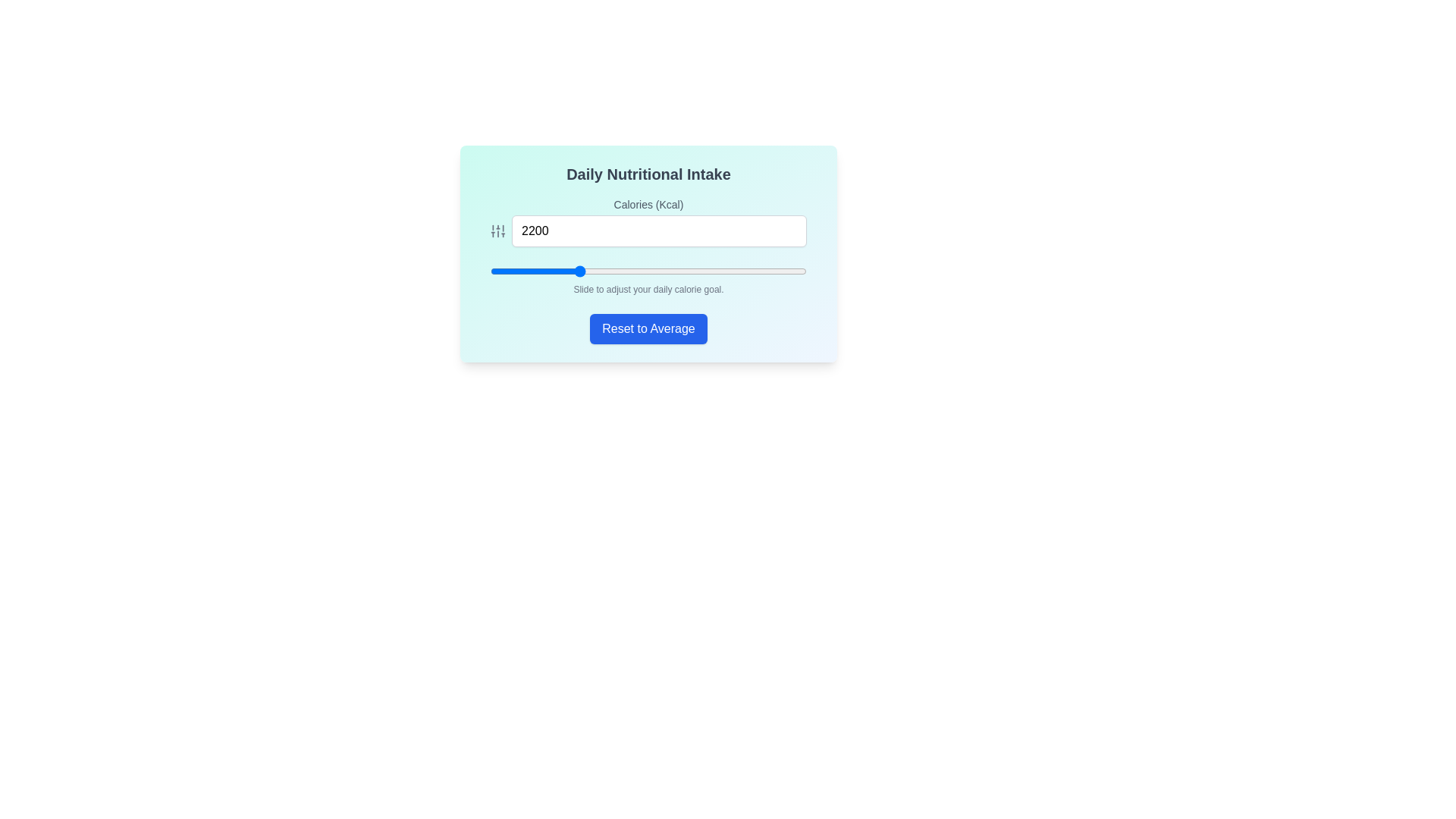 The width and height of the screenshot is (1456, 819). What do you see at coordinates (648, 271) in the screenshot?
I see `the range slider that allows users to adjust the daily calorie target value, located below the input field displaying '2200' and above the label 'Slide to adjust your daily calorie goal.'` at bounding box center [648, 271].